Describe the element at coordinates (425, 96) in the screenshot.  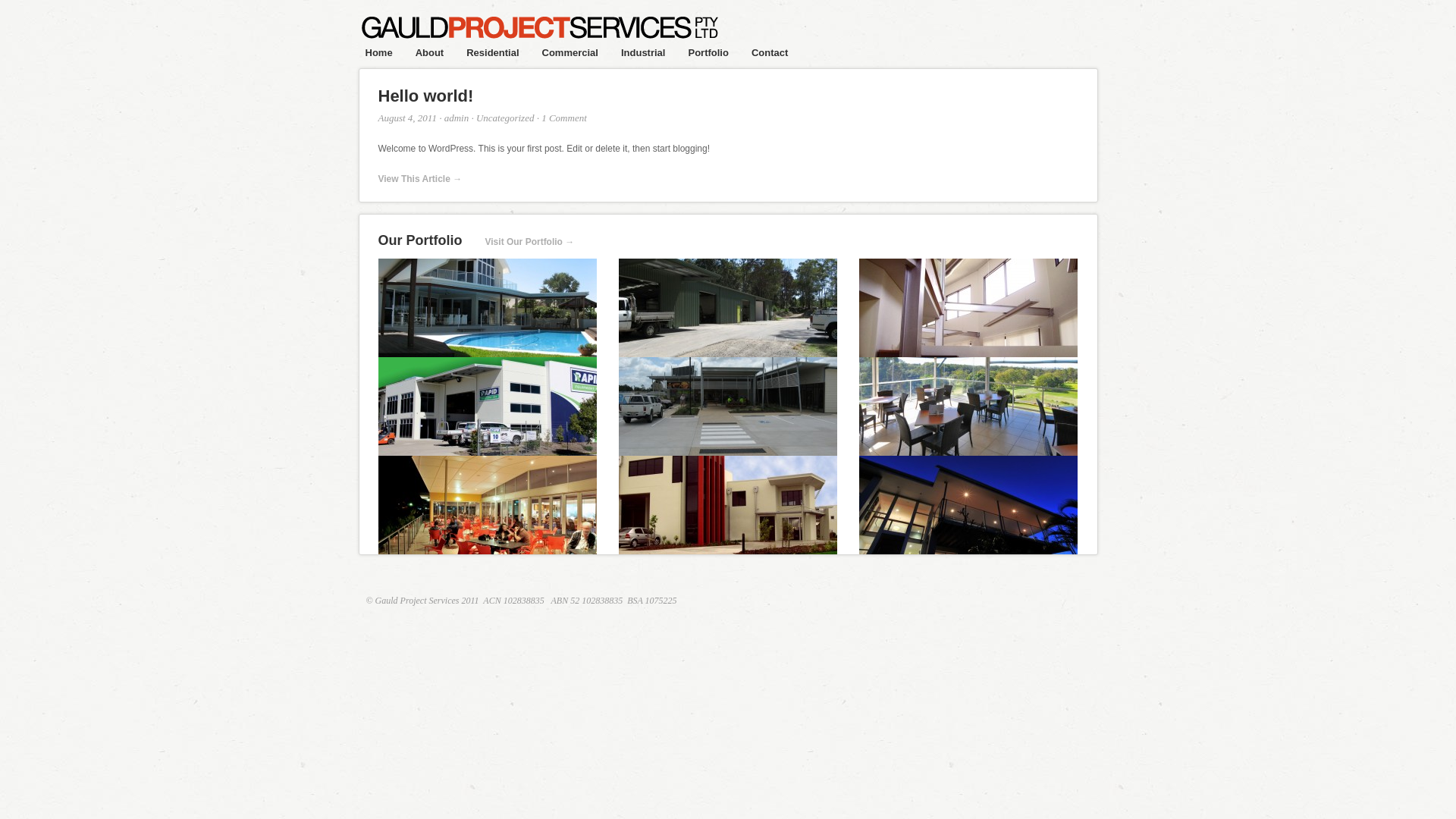
I see `'Hello world!'` at that location.